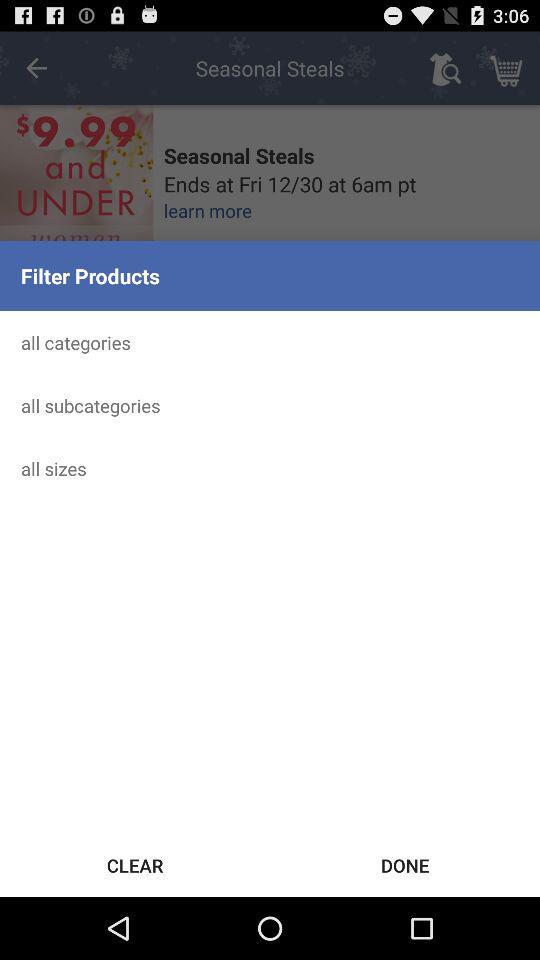 This screenshot has height=960, width=540. What do you see at coordinates (135, 864) in the screenshot?
I see `the clear` at bounding box center [135, 864].